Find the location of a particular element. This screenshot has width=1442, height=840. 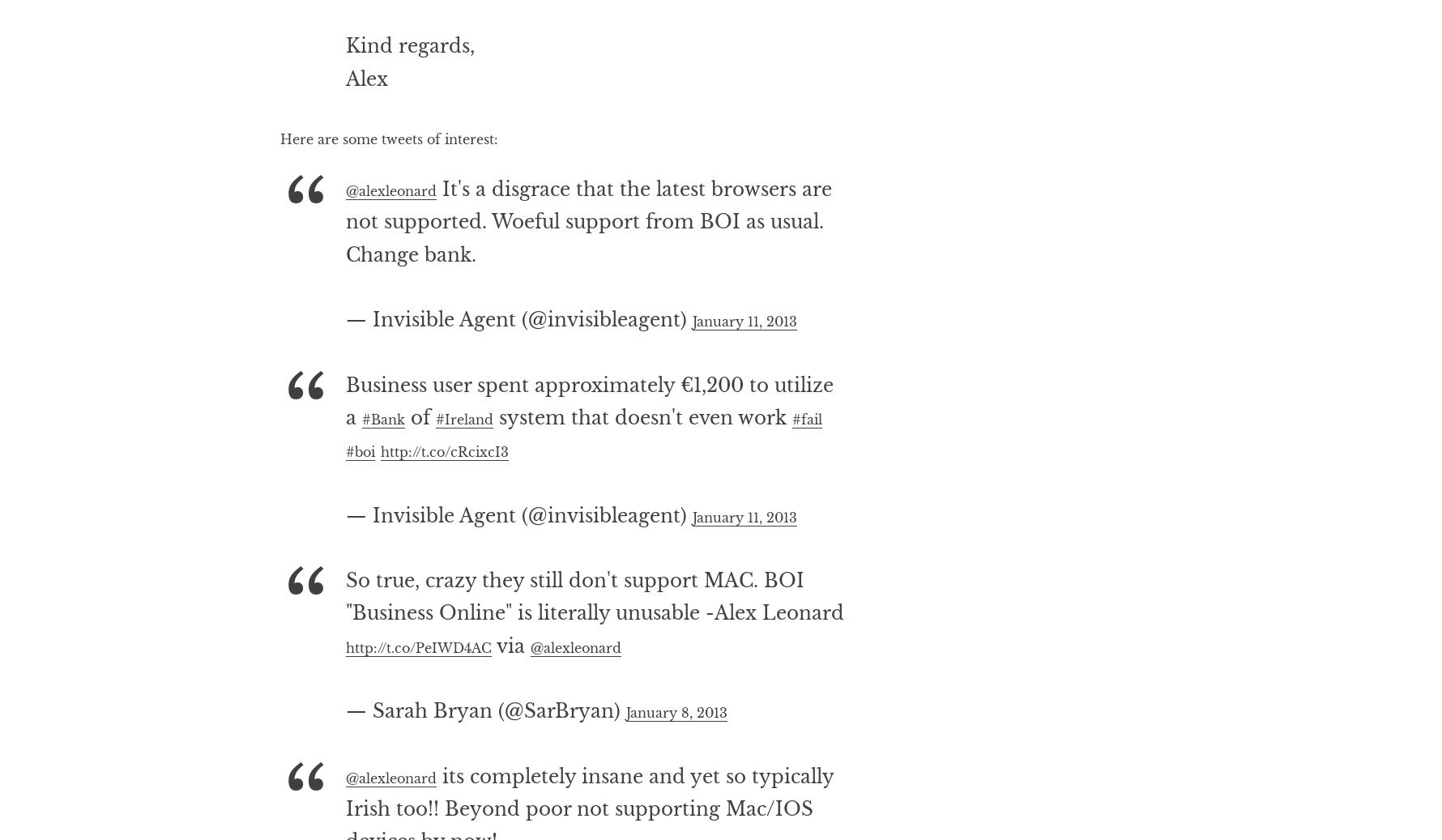

'So true, crazy they still don't support MAC. BOI "Business Online" is literally unusable -Alex Leonard' is located at coordinates (593, 661).